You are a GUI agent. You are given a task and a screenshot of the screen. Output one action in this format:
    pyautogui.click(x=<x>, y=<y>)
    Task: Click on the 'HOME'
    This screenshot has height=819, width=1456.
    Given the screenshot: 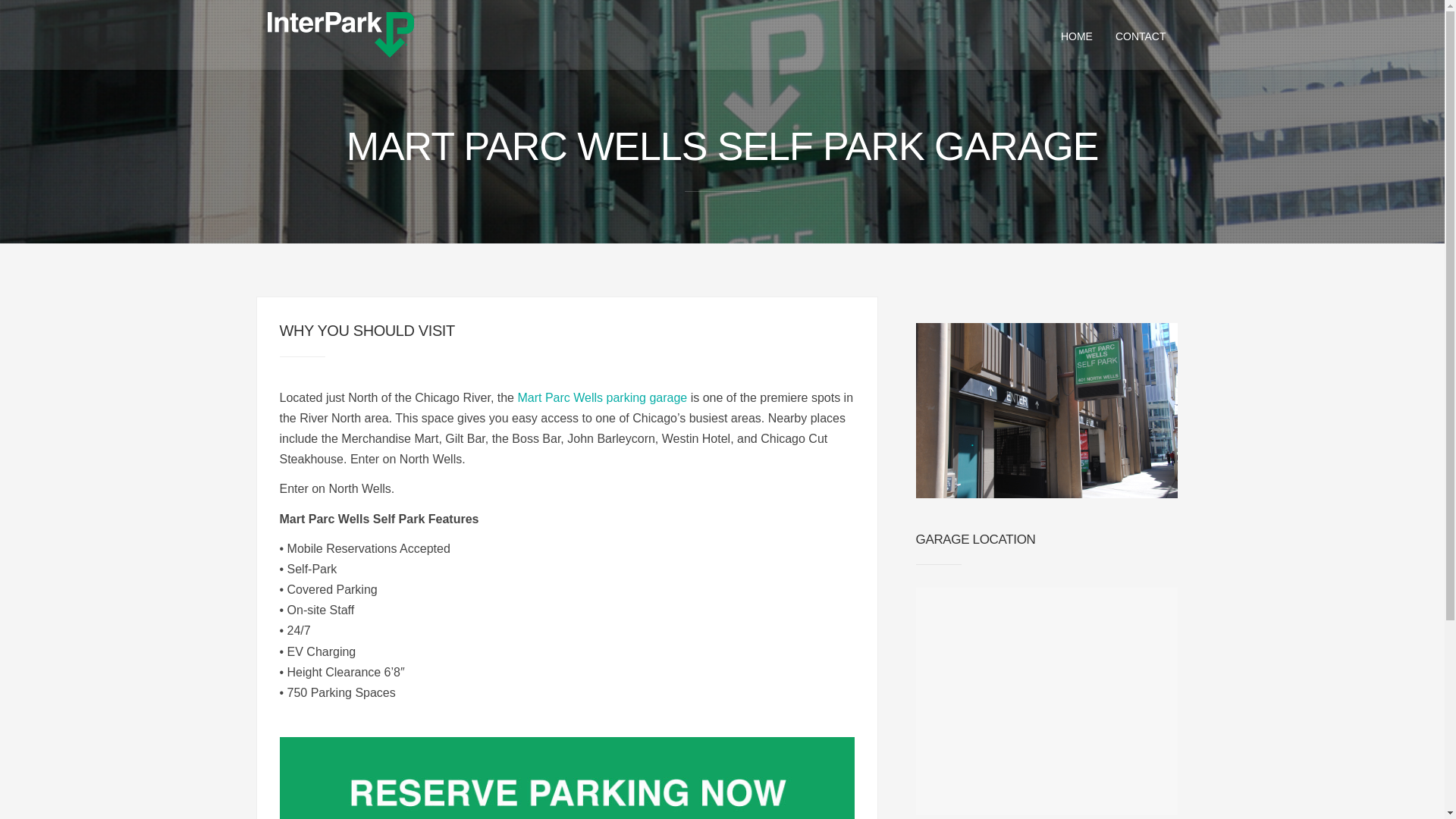 What is the action you would take?
    pyautogui.click(x=1076, y=34)
    